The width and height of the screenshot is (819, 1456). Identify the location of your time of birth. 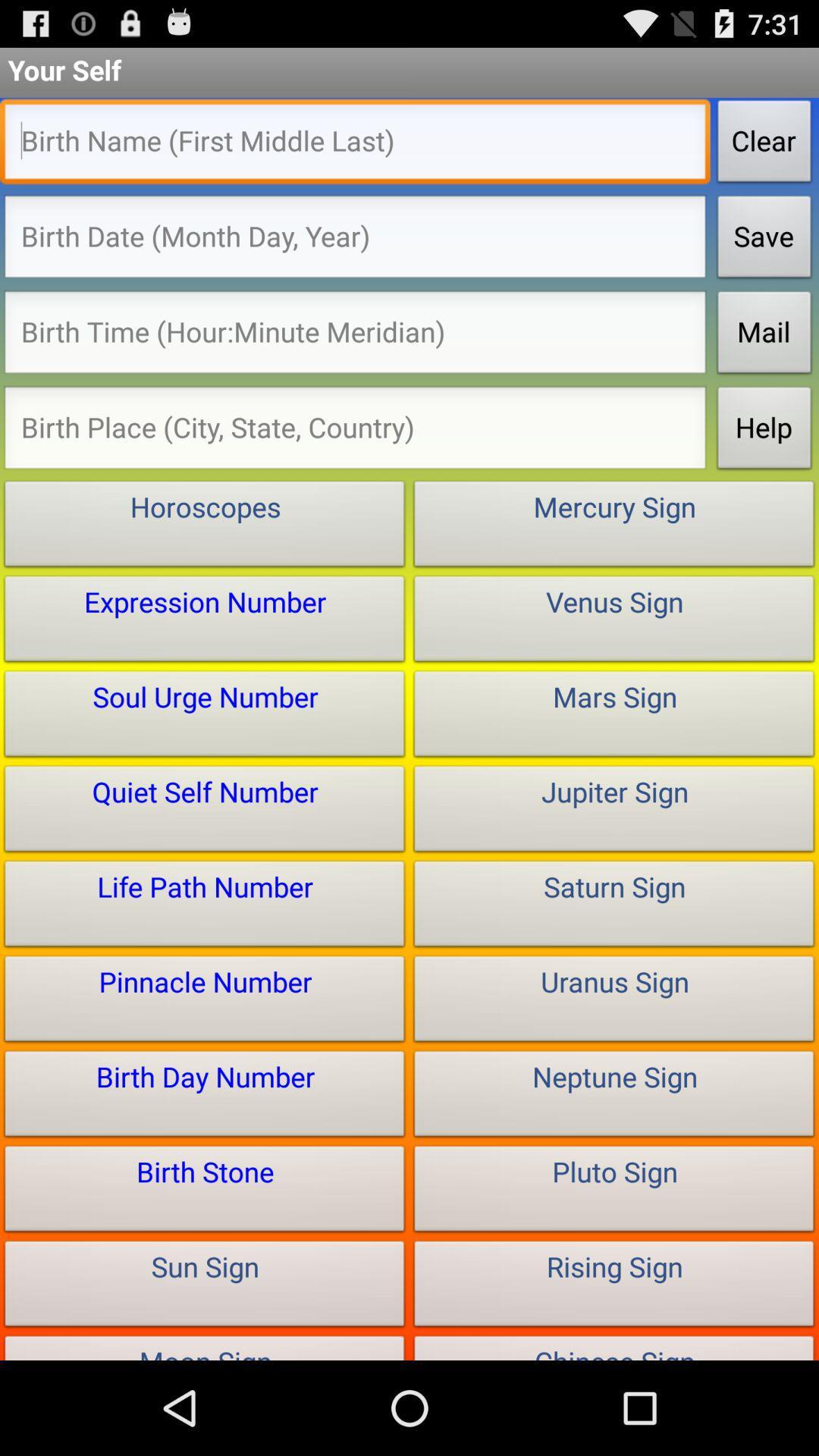
(355, 335).